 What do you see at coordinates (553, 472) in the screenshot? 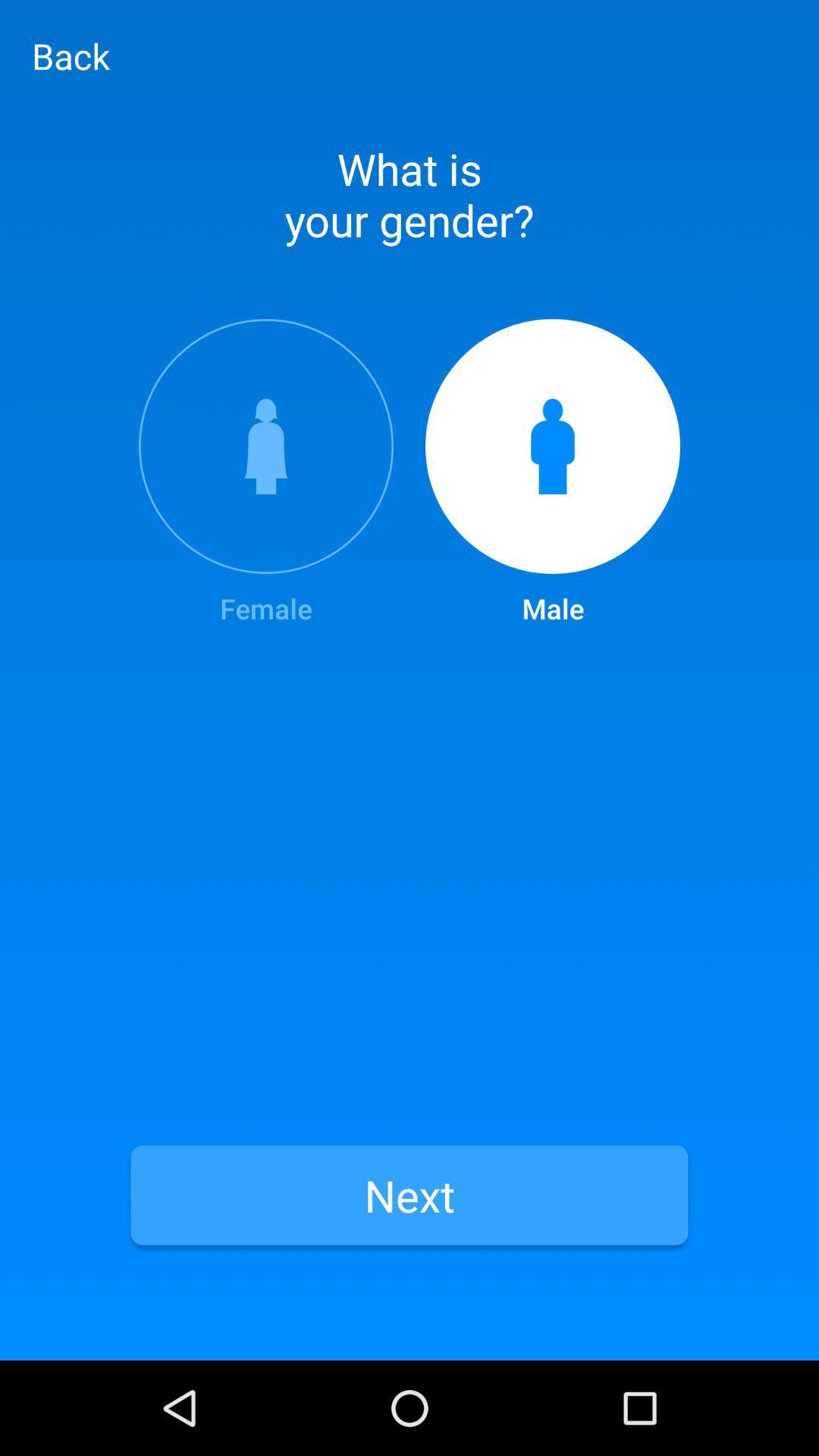
I see `icon to the right of female item` at bounding box center [553, 472].